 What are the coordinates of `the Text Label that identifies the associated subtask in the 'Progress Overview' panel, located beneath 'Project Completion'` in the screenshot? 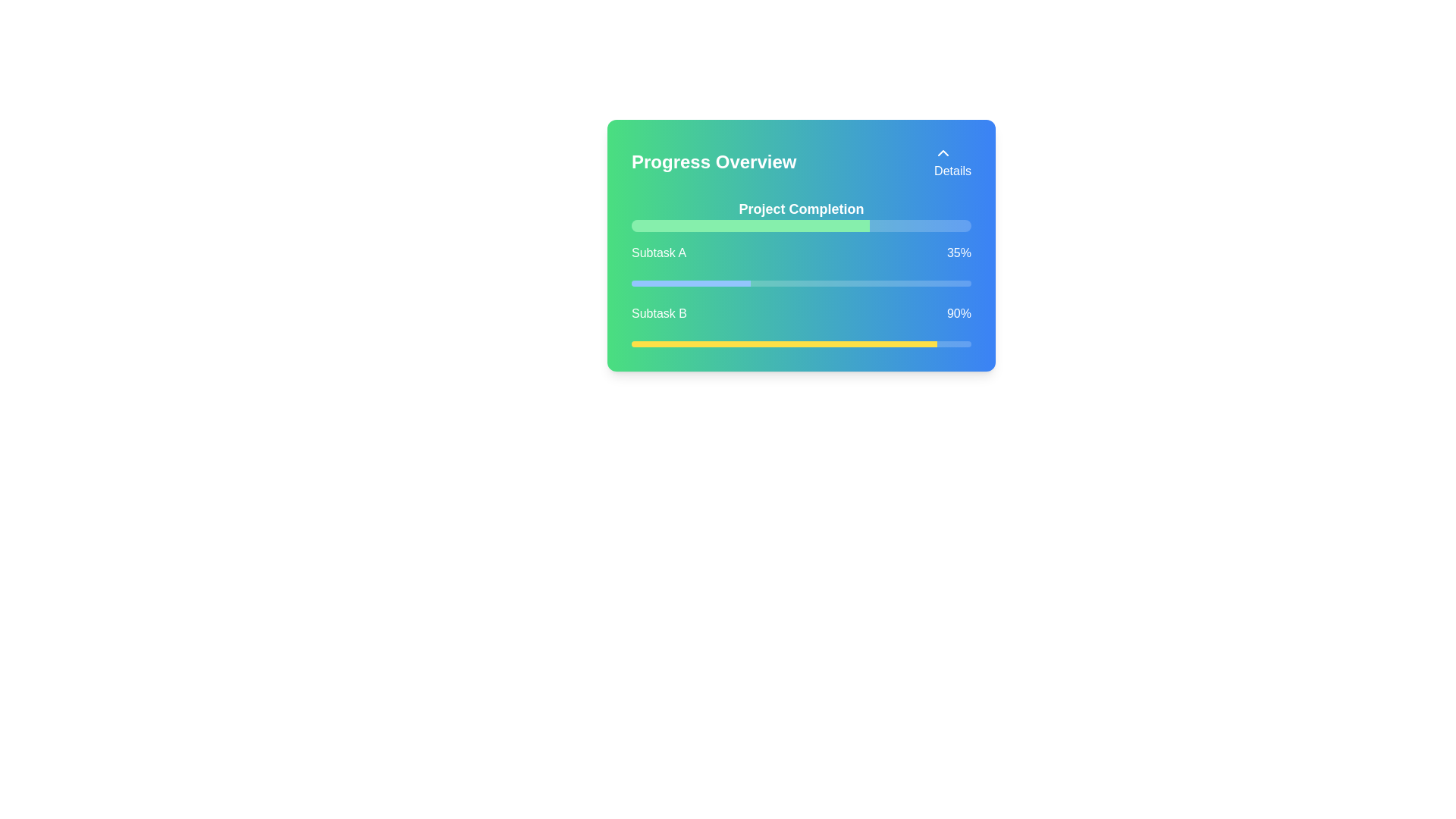 It's located at (659, 312).